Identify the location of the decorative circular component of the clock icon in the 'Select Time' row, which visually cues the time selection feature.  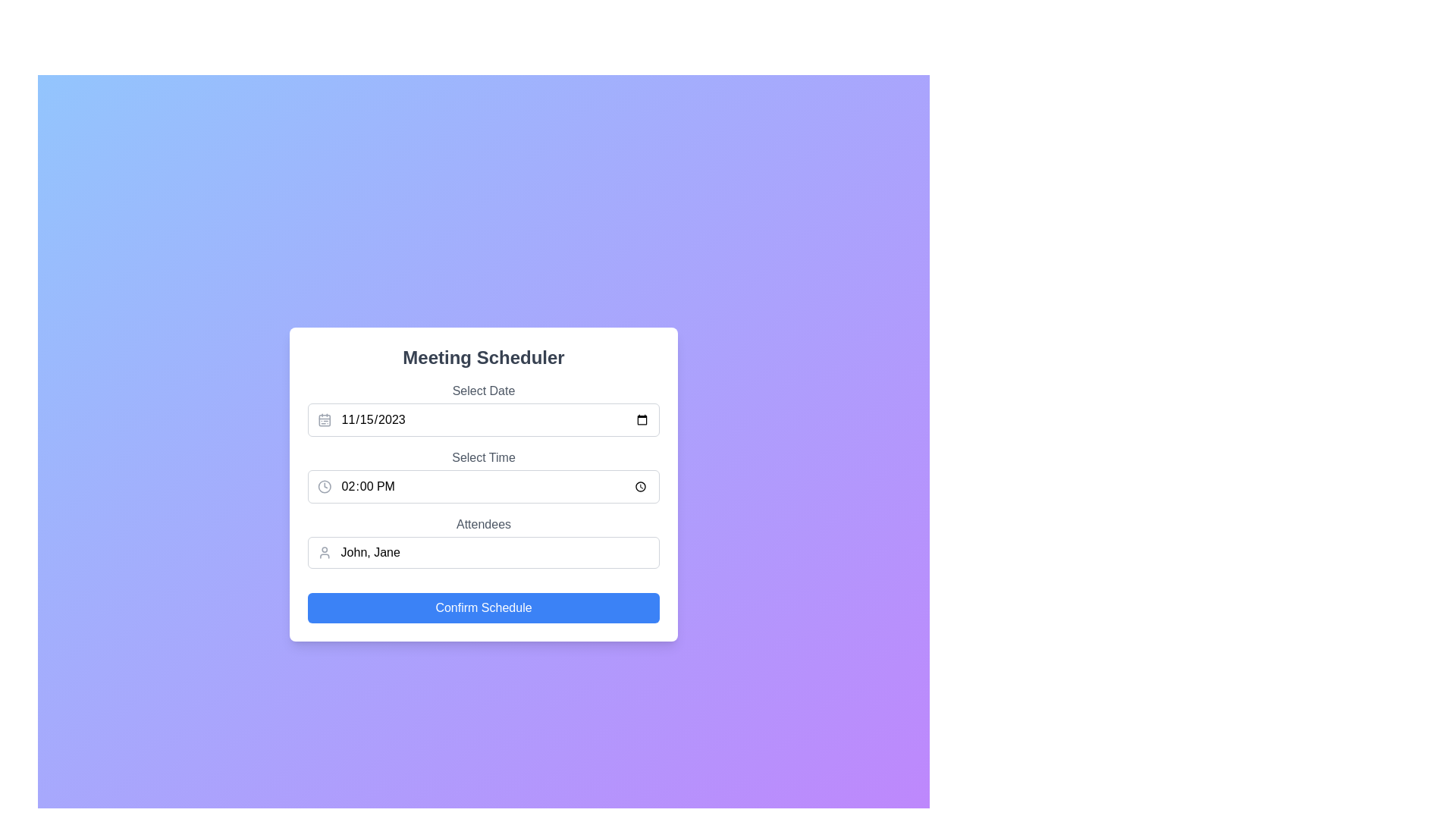
(324, 486).